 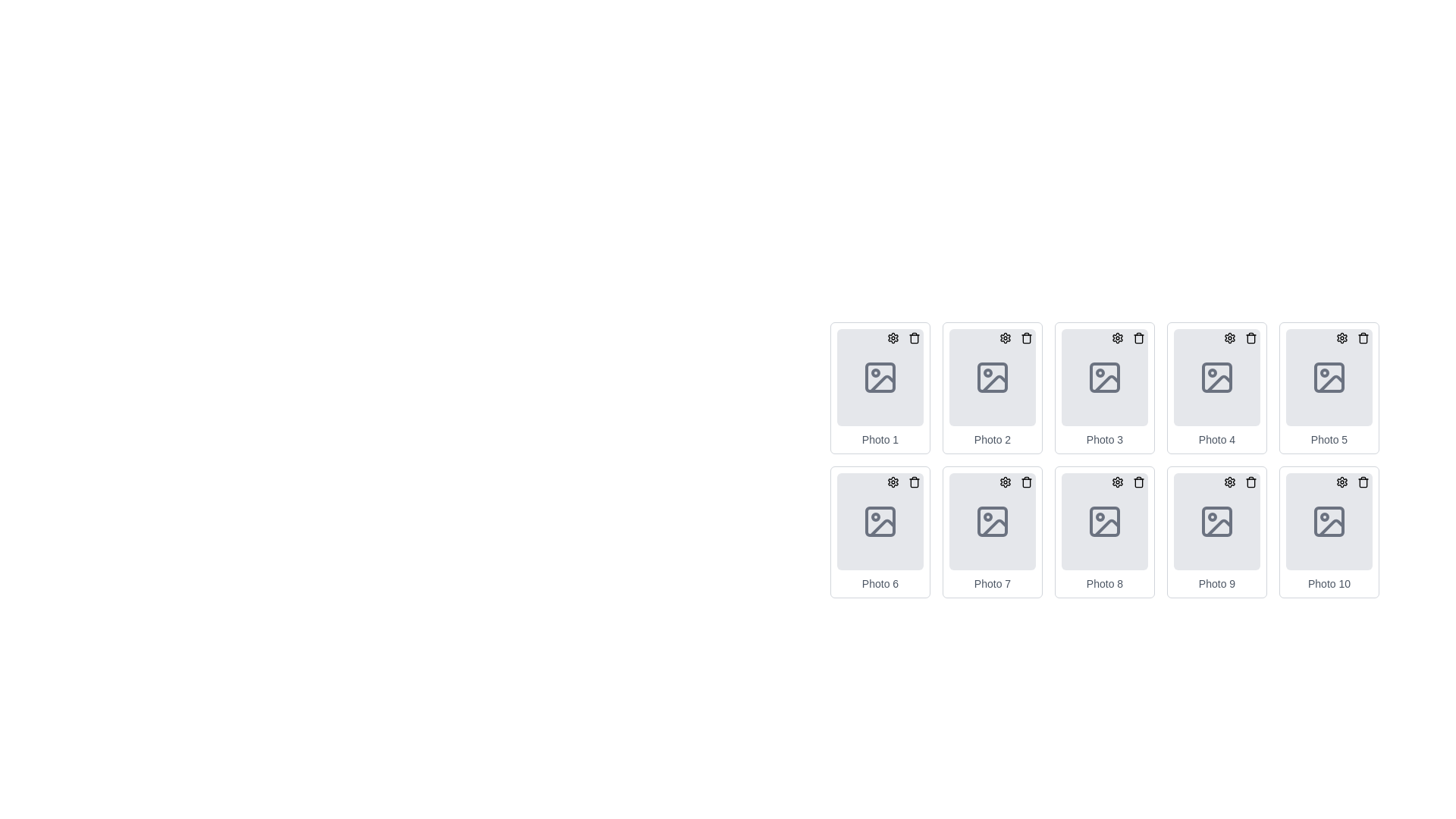 What do you see at coordinates (1117, 482) in the screenshot?
I see `the gear icon located in the toolbar at the top of the 'Photo 8' card` at bounding box center [1117, 482].